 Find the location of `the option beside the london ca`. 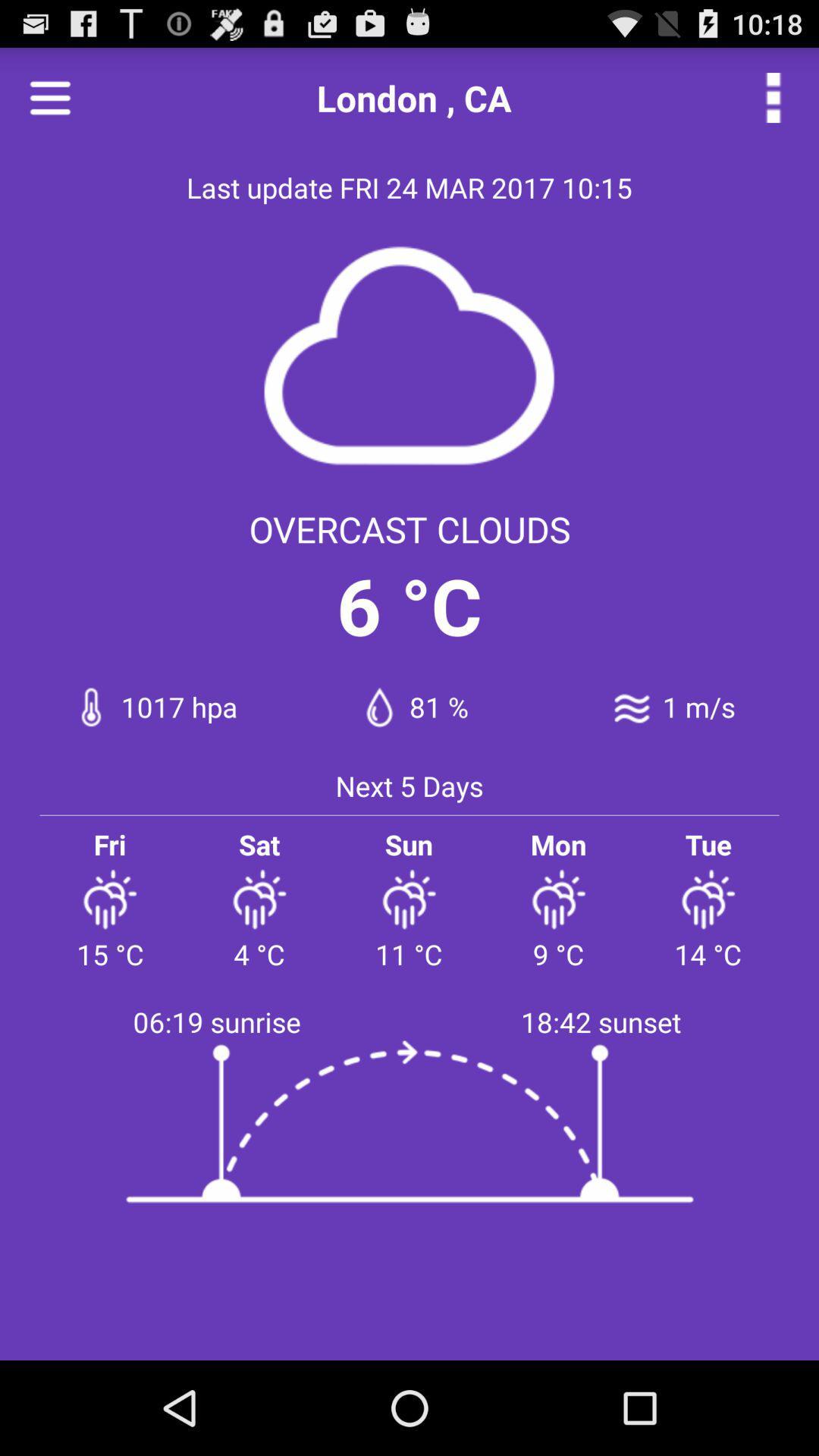

the option beside the london ca is located at coordinates (773, 97).